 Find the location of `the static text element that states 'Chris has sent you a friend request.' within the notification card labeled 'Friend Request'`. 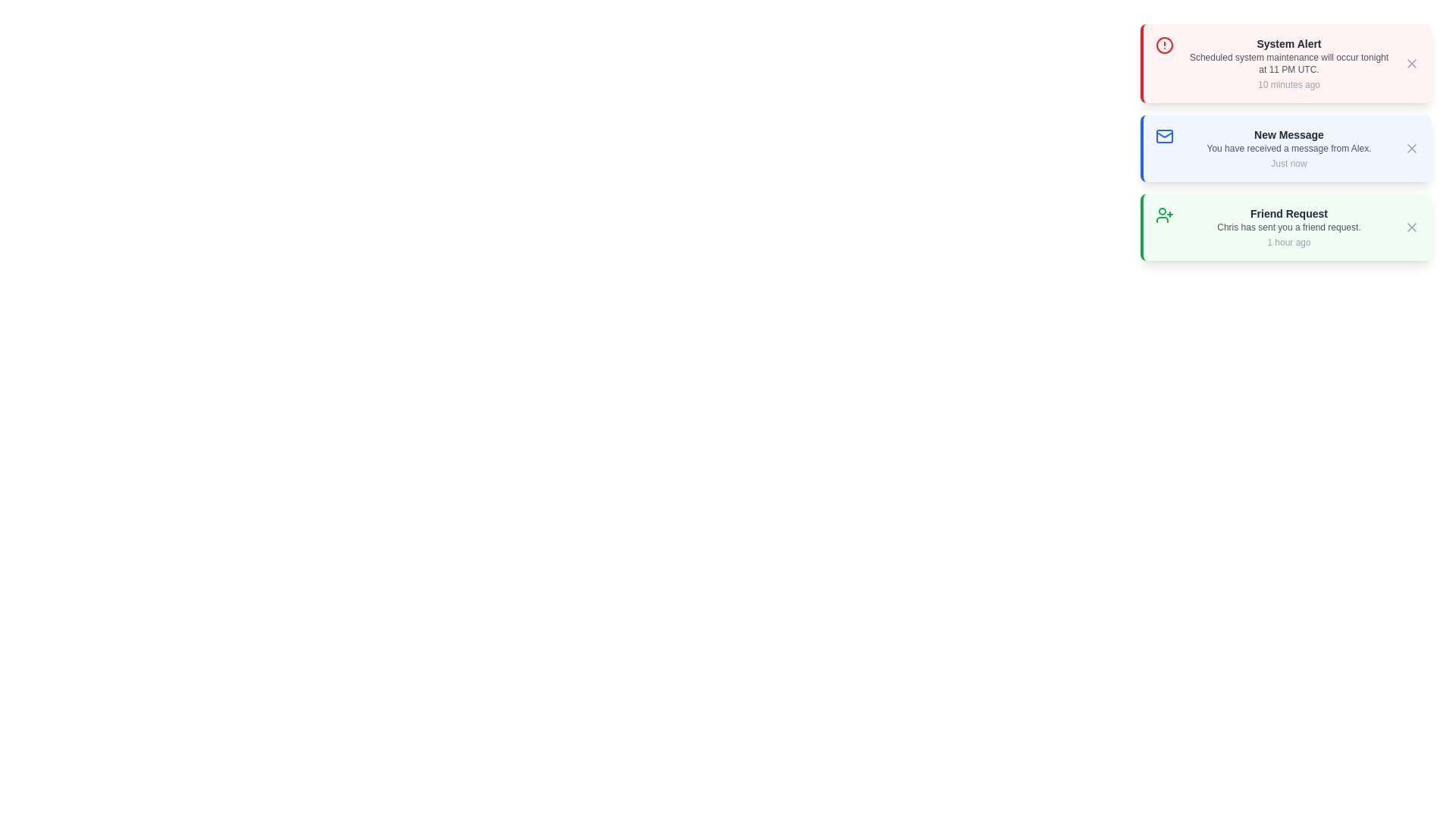

the static text element that states 'Chris has sent you a friend request.' within the notification card labeled 'Friend Request' is located at coordinates (1288, 227).